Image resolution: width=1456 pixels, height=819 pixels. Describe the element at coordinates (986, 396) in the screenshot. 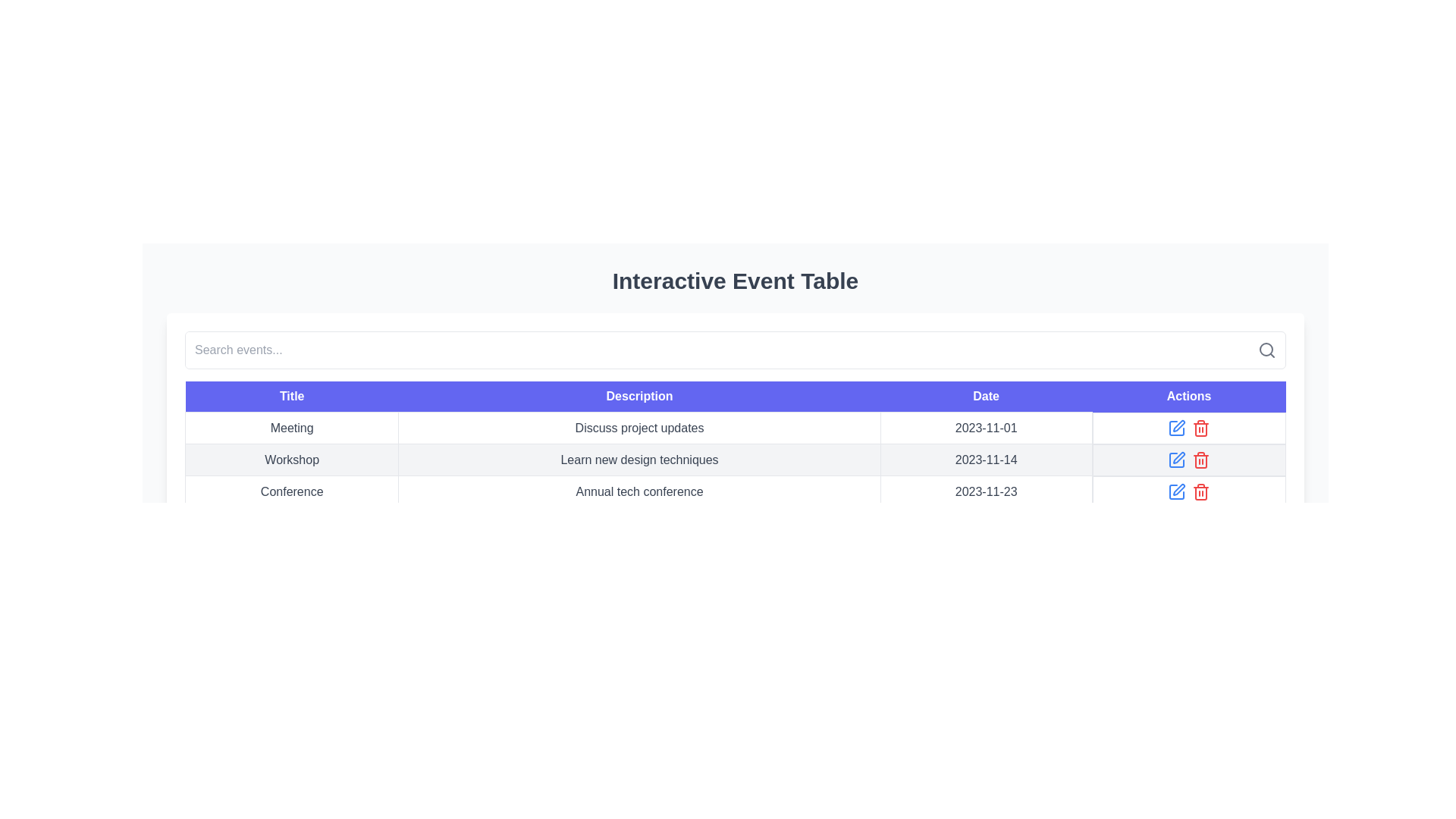

I see `the 'Date' column header cell in the table, which is the third header from the left and serves as a label for the date data` at that location.